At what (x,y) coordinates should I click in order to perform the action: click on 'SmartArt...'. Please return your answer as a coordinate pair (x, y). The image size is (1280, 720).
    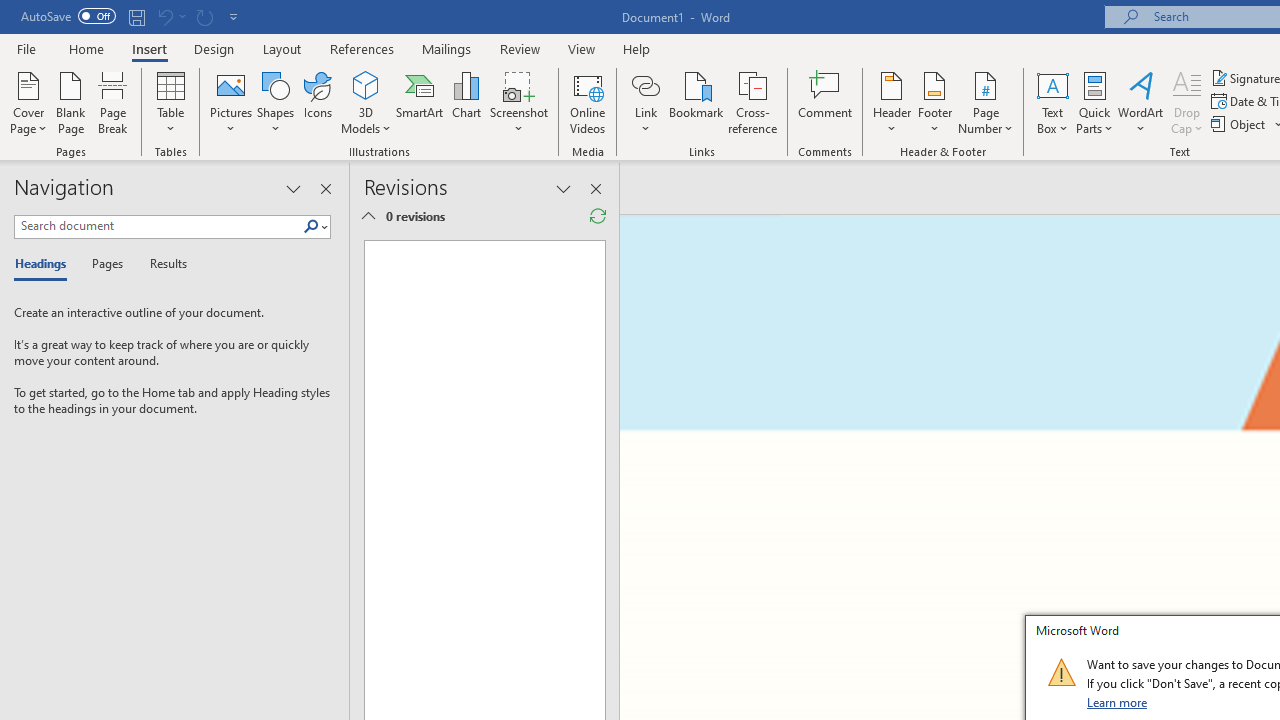
    Looking at the image, I should click on (418, 103).